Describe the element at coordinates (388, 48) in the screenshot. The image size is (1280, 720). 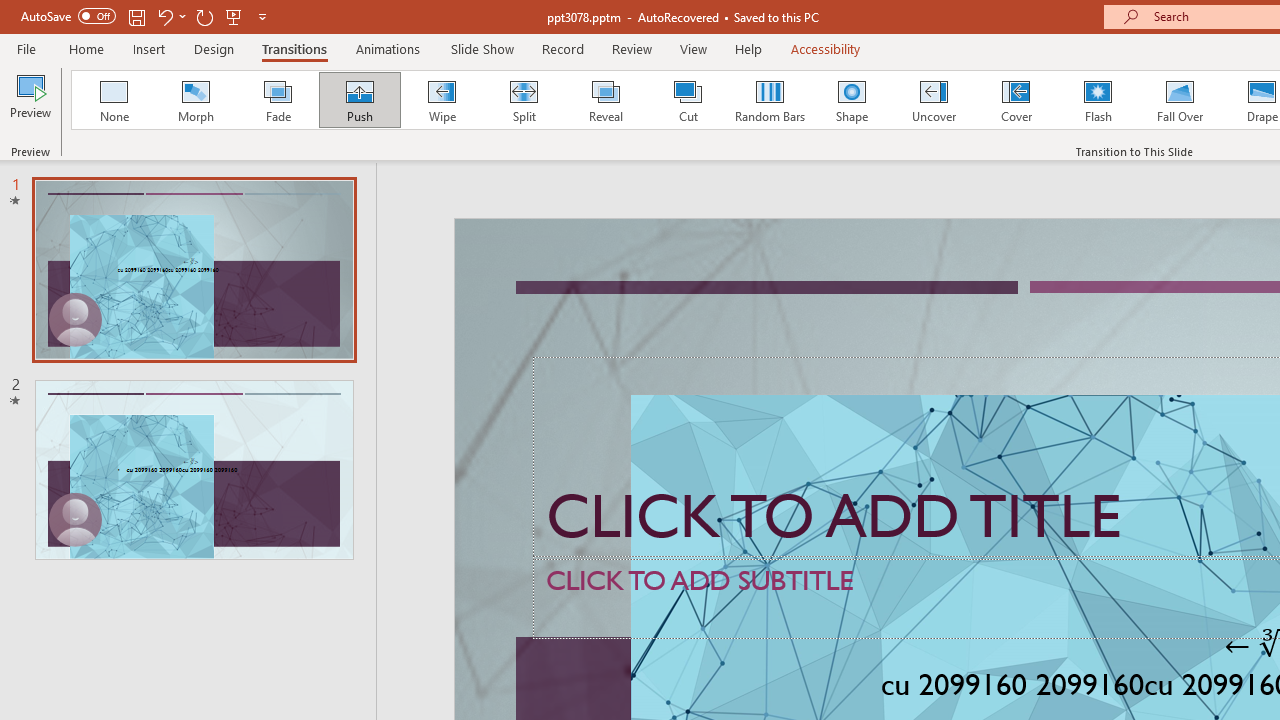
I see `'Animations'` at that location.